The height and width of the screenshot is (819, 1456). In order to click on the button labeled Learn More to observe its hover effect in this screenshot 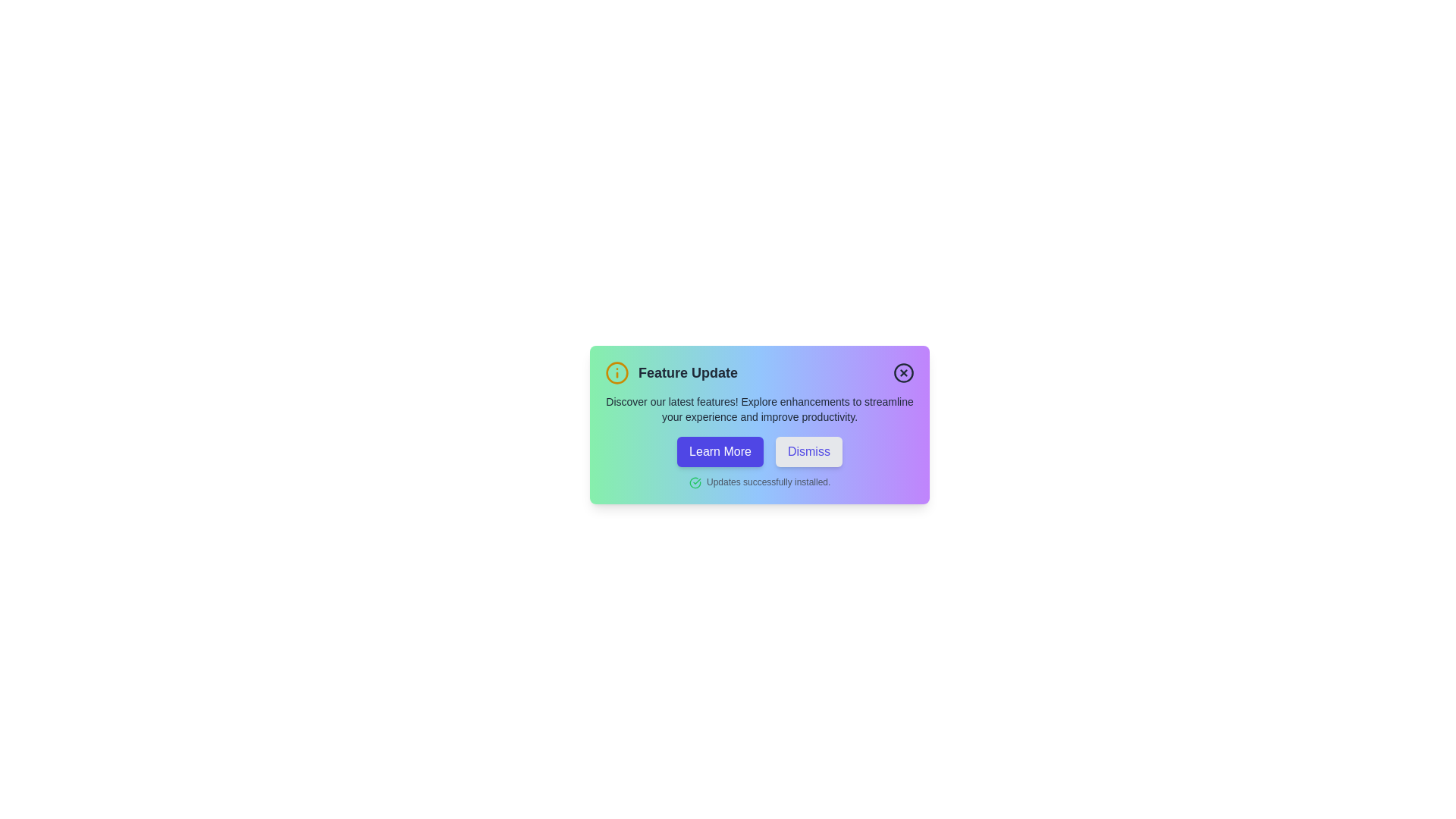, I will do `click(720, 451)`.